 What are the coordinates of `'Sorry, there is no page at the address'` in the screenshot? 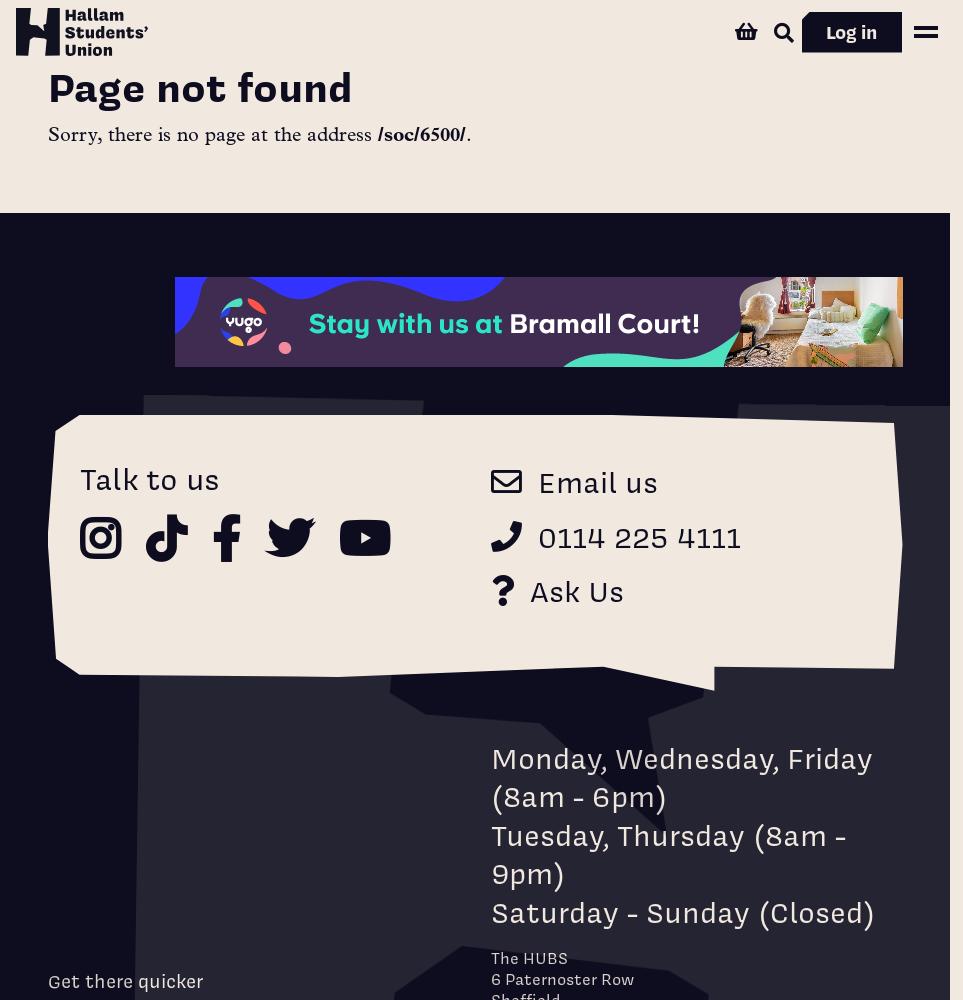 It's located at (210, 136).